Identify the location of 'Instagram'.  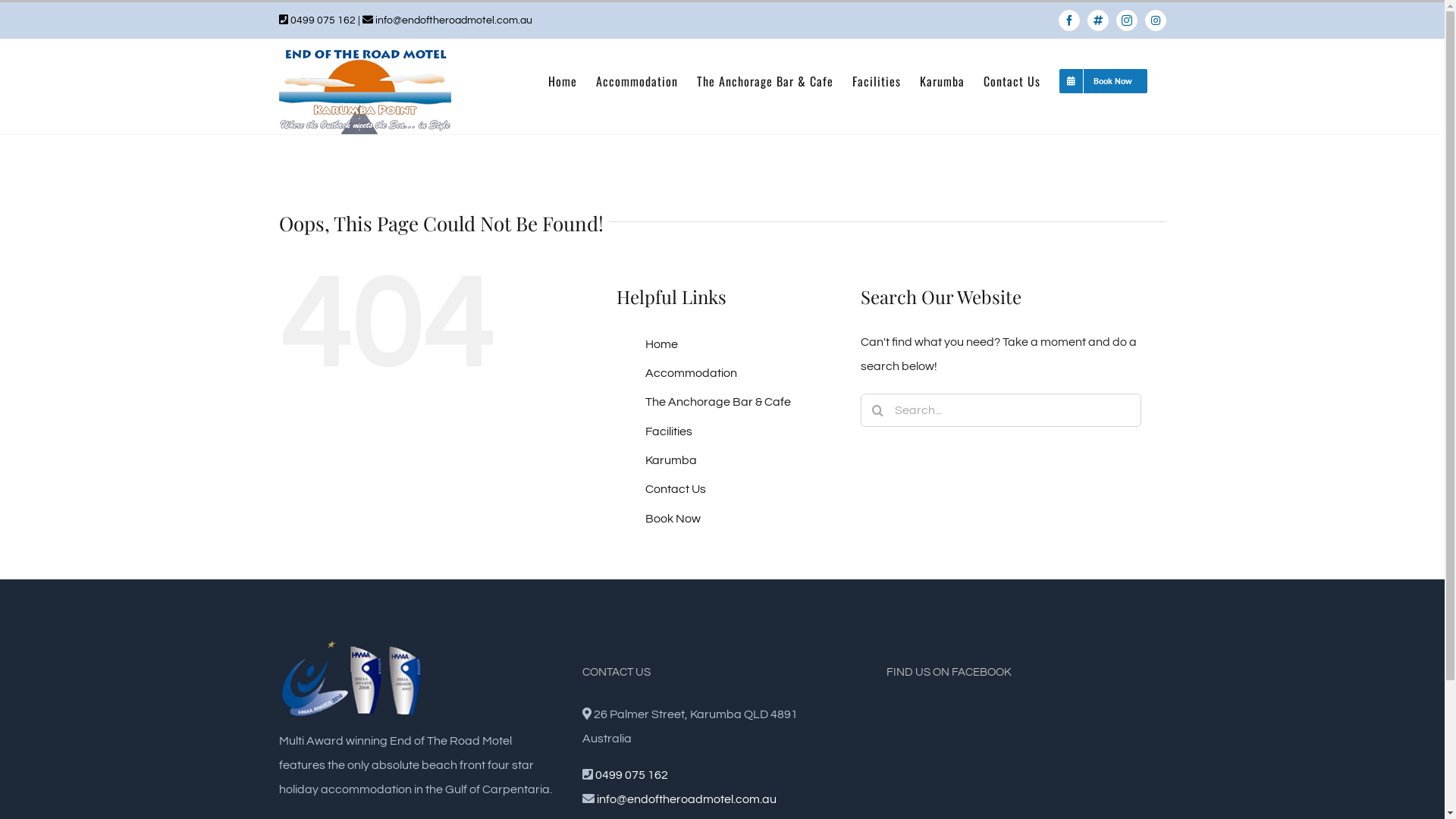
(1127, 20).